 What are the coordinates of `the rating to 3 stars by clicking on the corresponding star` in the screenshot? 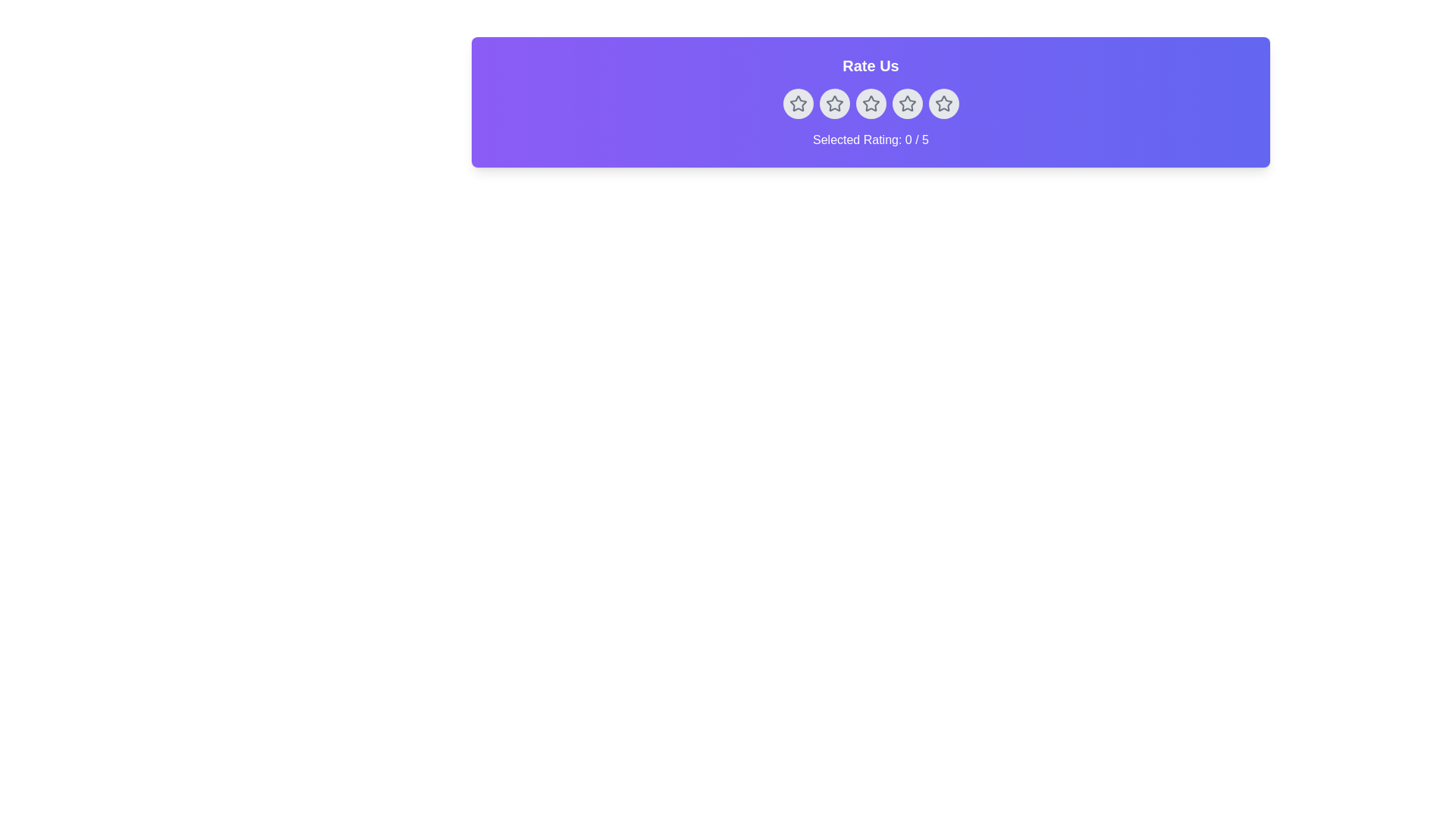 It's located at (871, 103).